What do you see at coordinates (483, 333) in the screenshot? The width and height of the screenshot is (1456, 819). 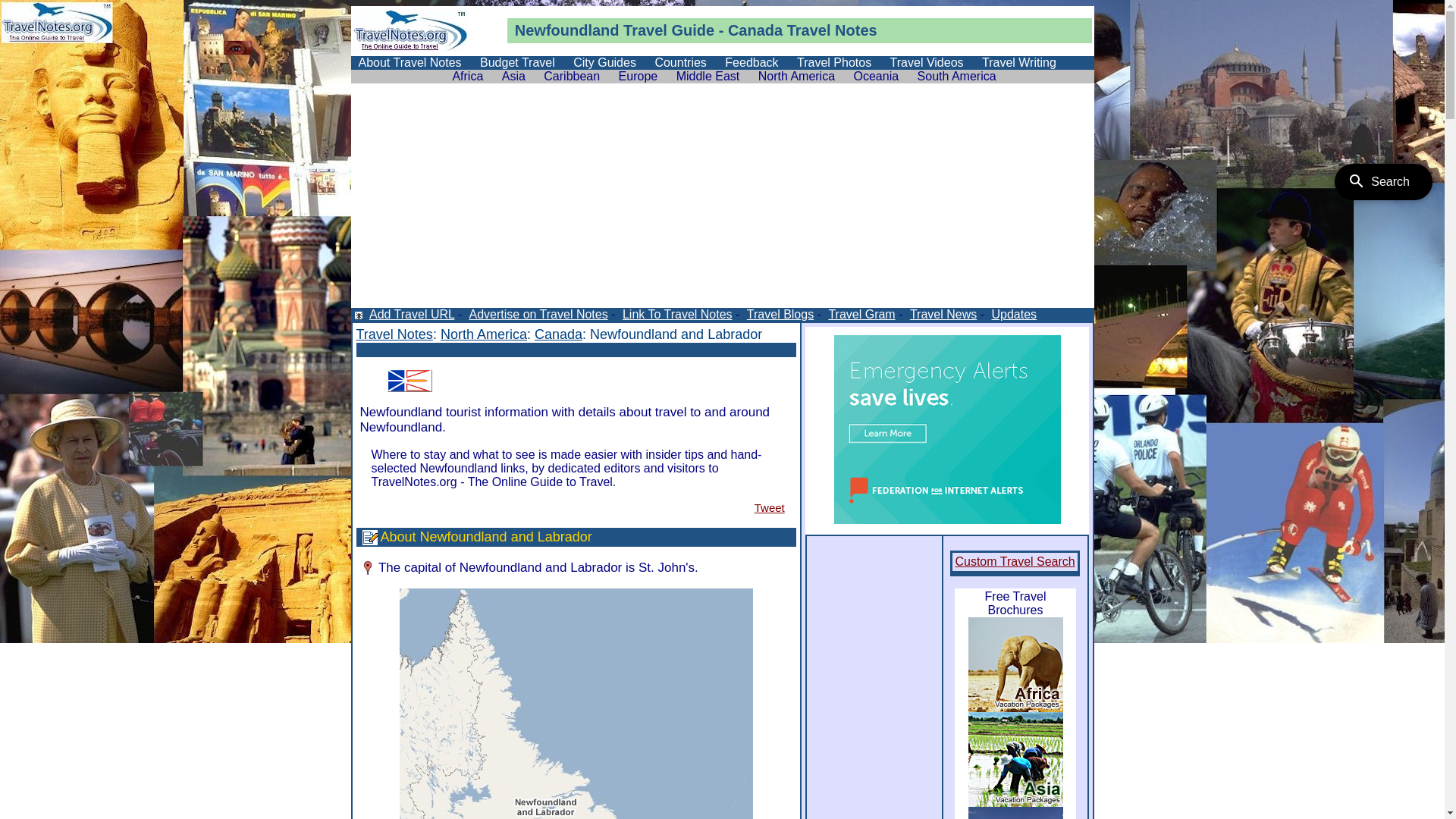 I see `'North America'` at bounding box center [483, 333].